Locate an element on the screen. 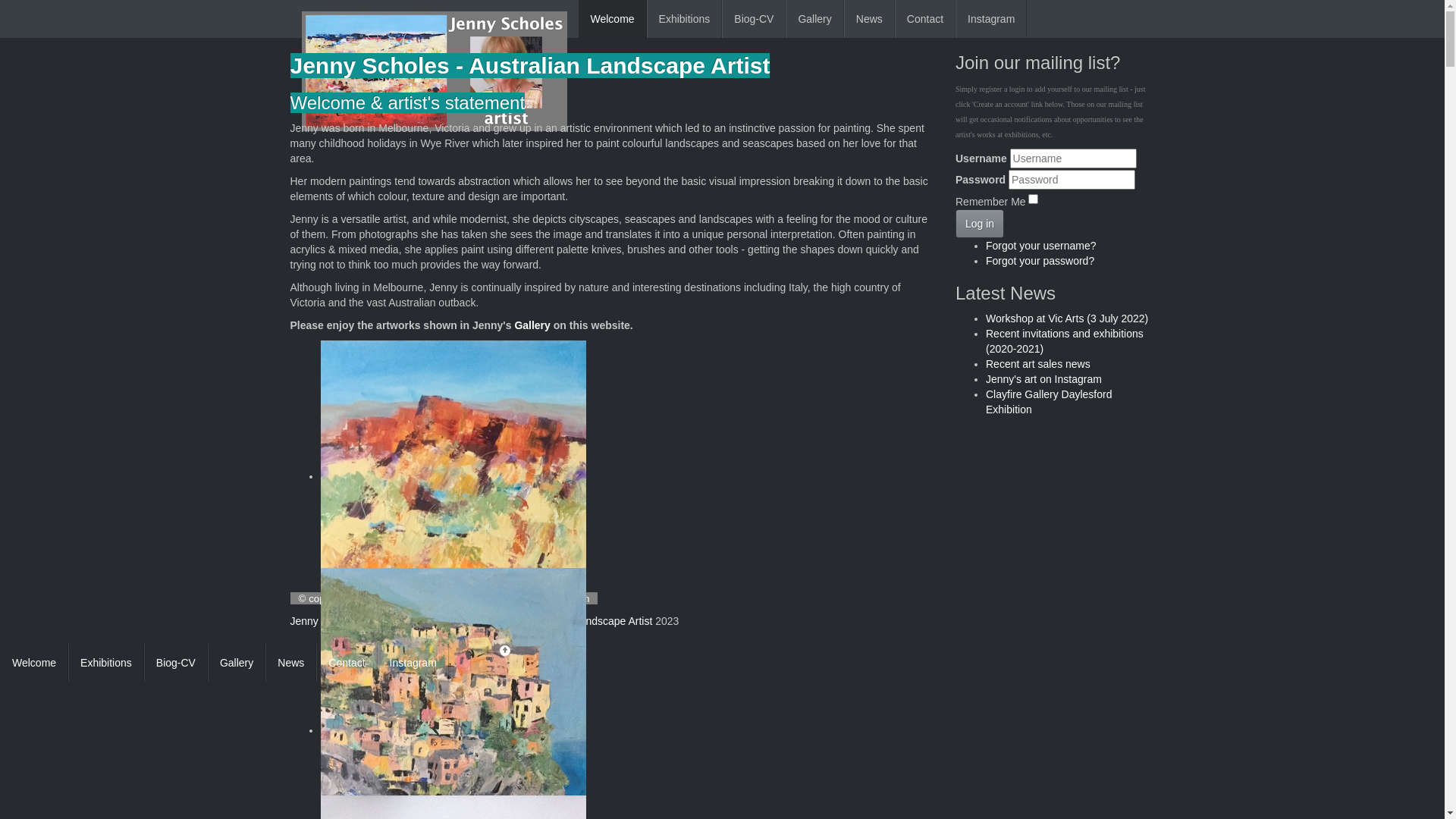 The width and height of the screenshot is (1456, 819). 'Gallery' is located at coordinates (532, 324).